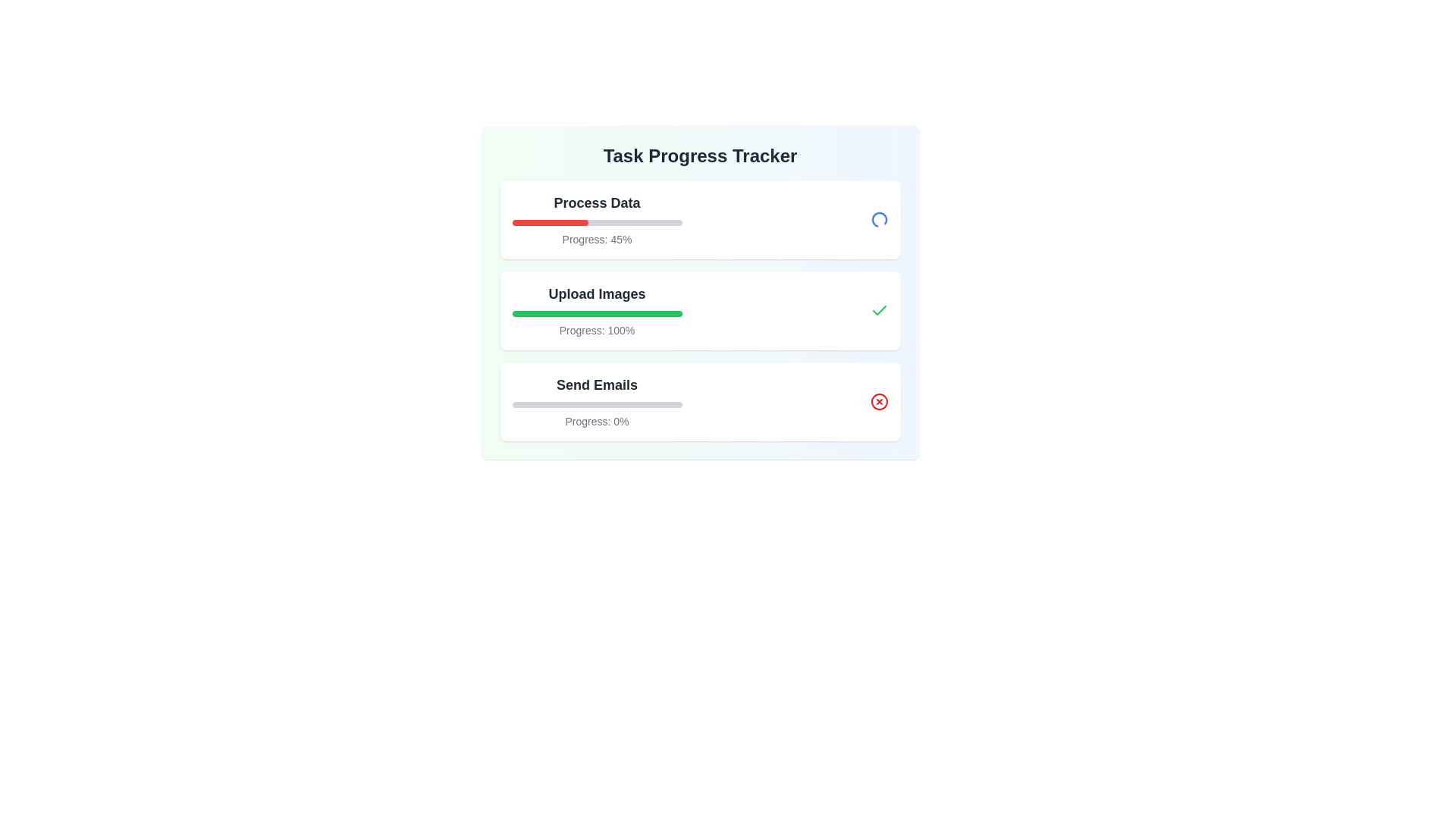 The height and width of the screenshot is (819, 1456). What do you see at coordinates (596, 329) in the screenshot?
I see `the static text label indicating the completion status of the 'Upload Images' task, which shows 100% progression and is positioned below the progress bar` at bounding box center [596, 329].